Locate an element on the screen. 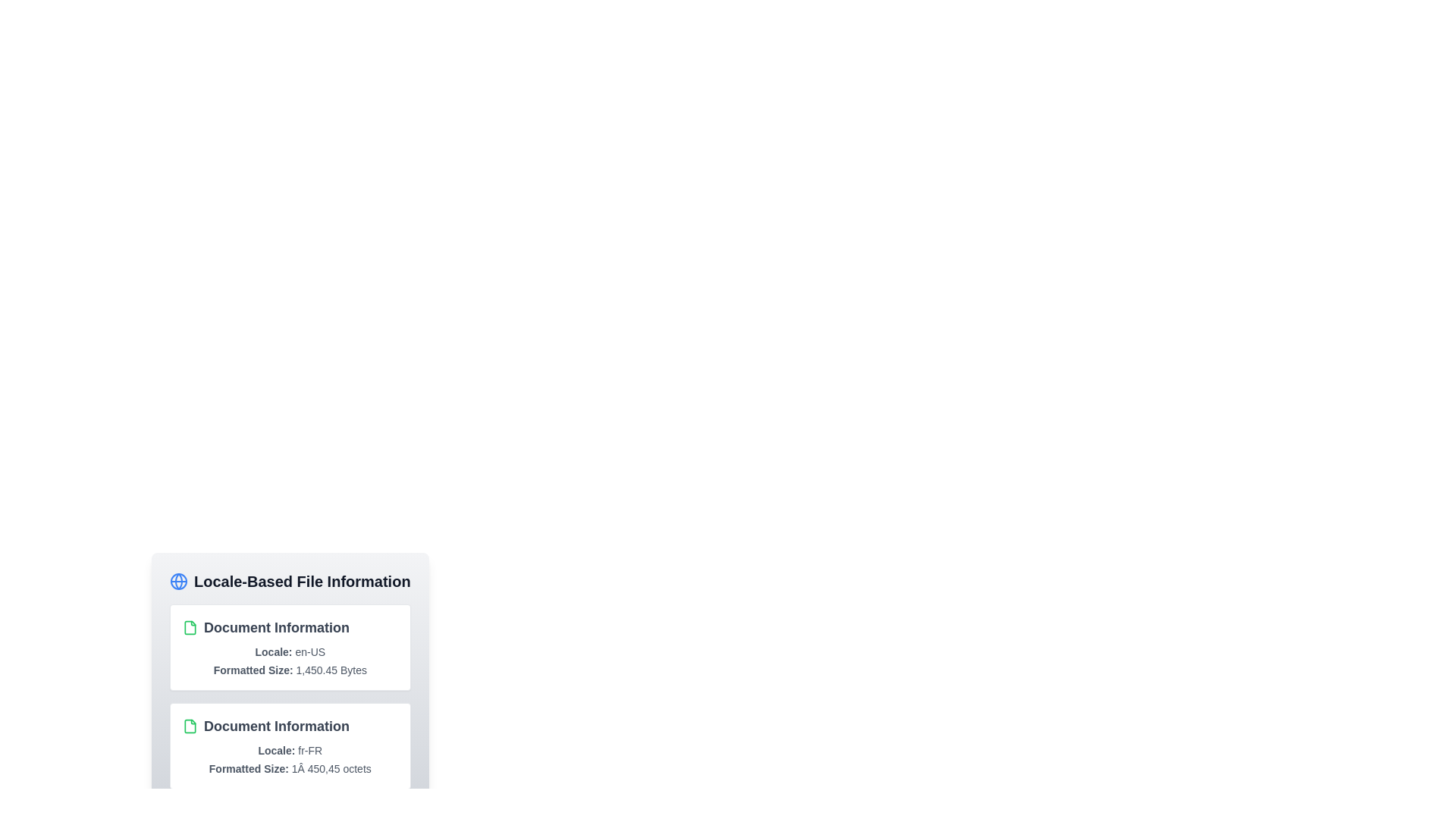 The width and height of the screenshot is (1456, 819). the Text Header with Icon that indicates locale-specific file information, positioned at the top of the group is located at coordinates (290, 581).